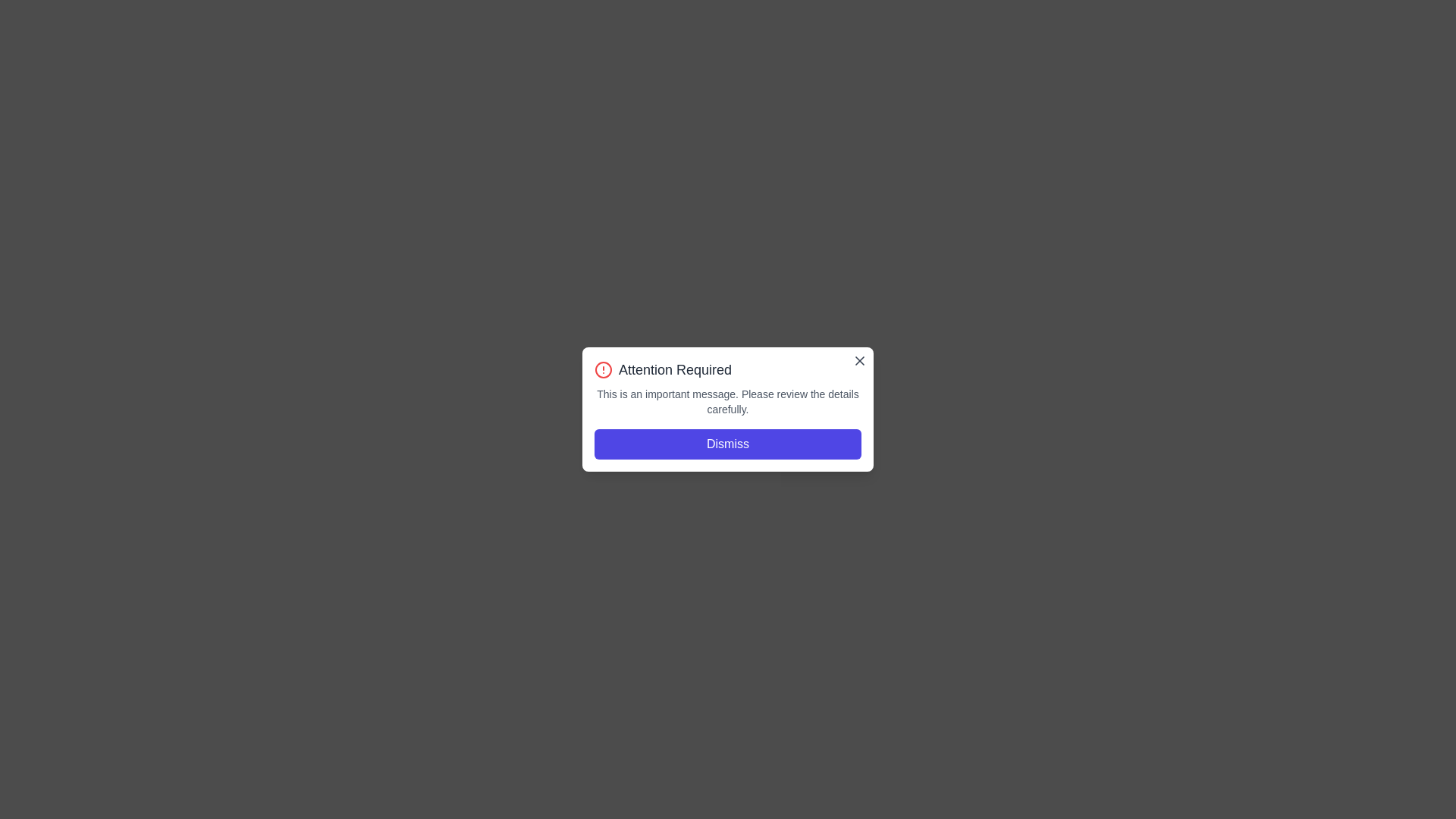  I want to click on the Text Display element that conveys an important message, located inside a white, rounded-corner modal, beneath the 'Attention Required' title and above the 'Dismiss' button, so click(728, 400).